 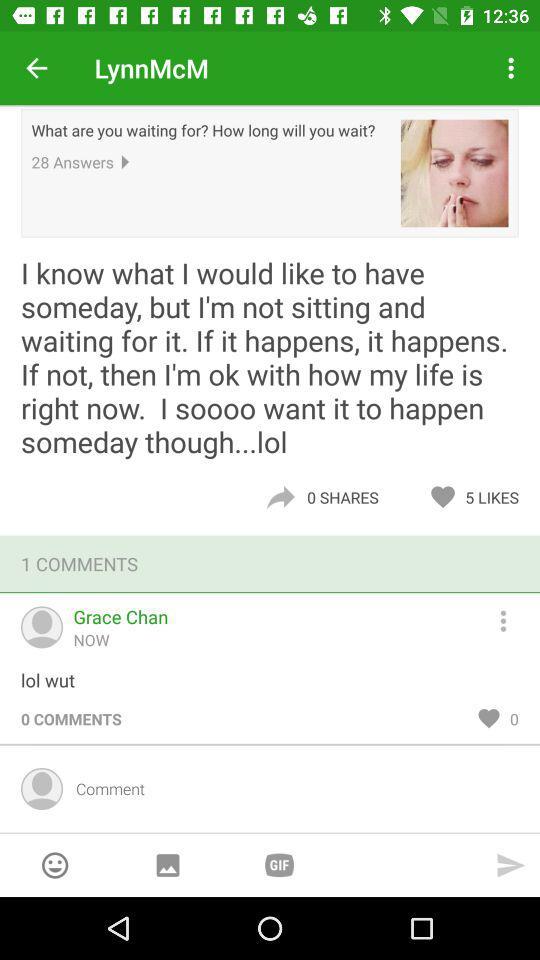 I want to click on hamburger button, so click(x=512, y=617).